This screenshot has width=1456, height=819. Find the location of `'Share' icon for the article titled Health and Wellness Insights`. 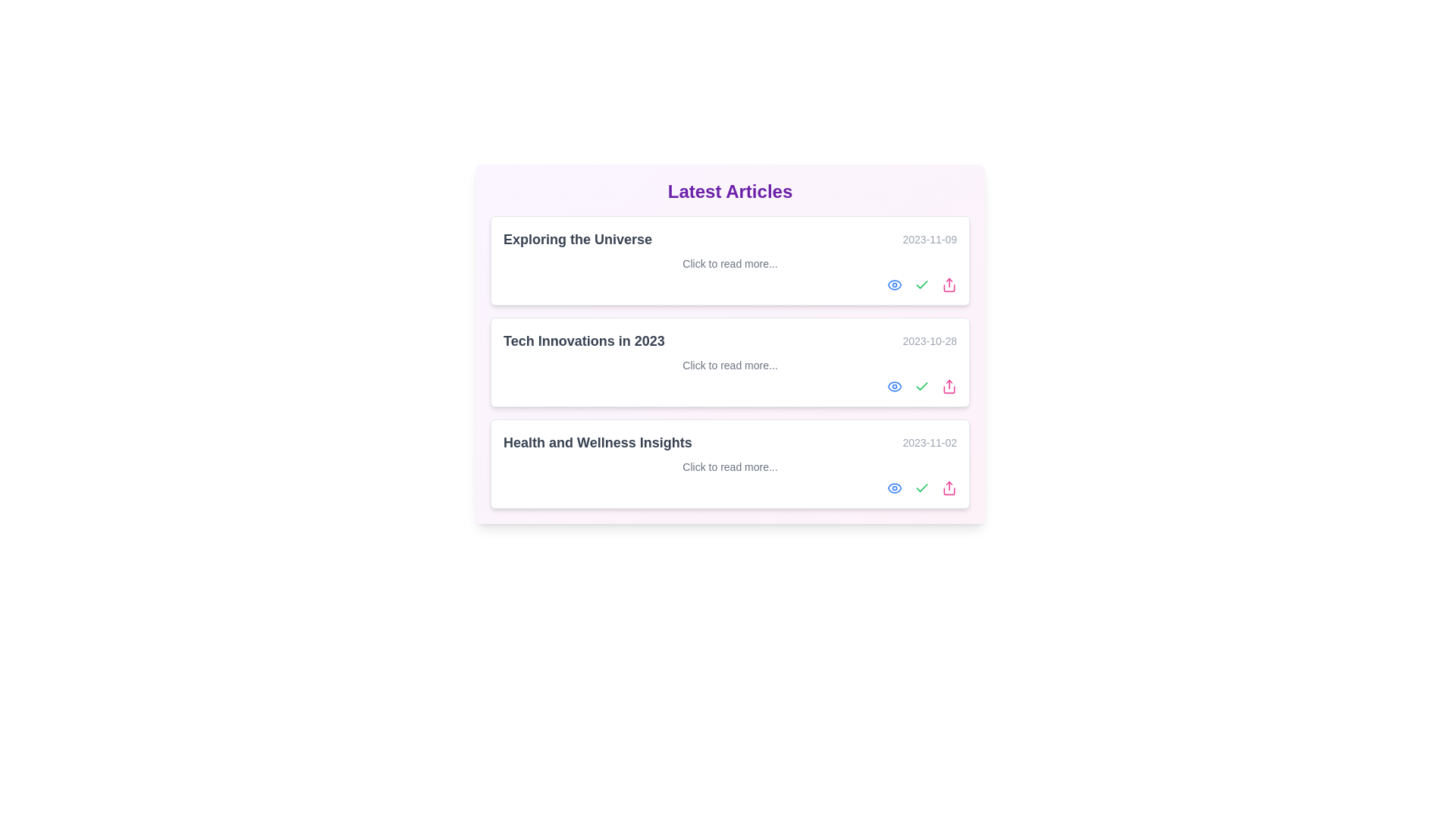

'Share' icon for the article titled Health and Wellness Insights is located at coordinates (949, 488).